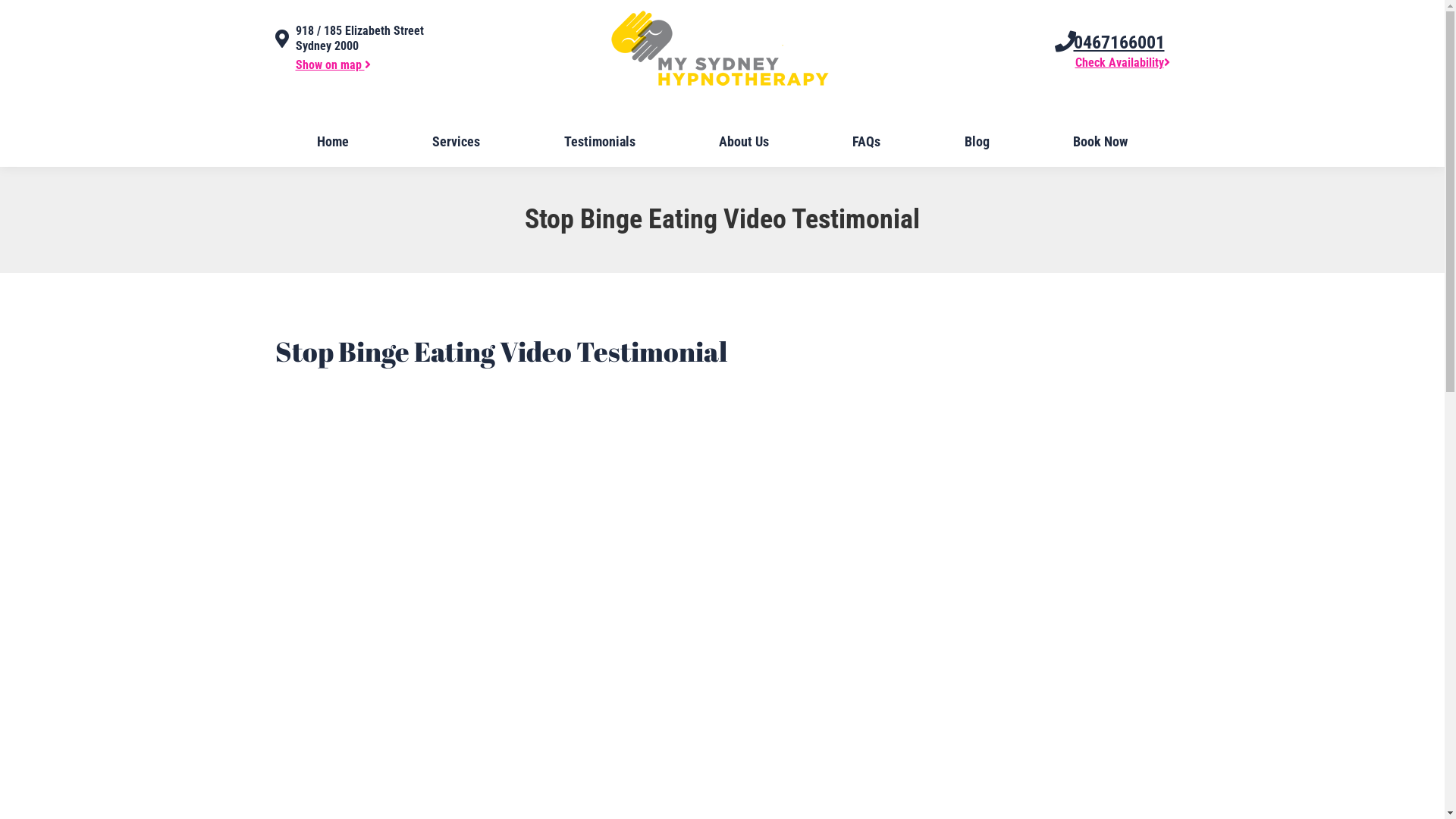 Image resolution: width=1456 pixels, height=819 pixels. Describe the element at coordinates (1074, 61) in the screenshot. I see `'Check Availability'` at that location.